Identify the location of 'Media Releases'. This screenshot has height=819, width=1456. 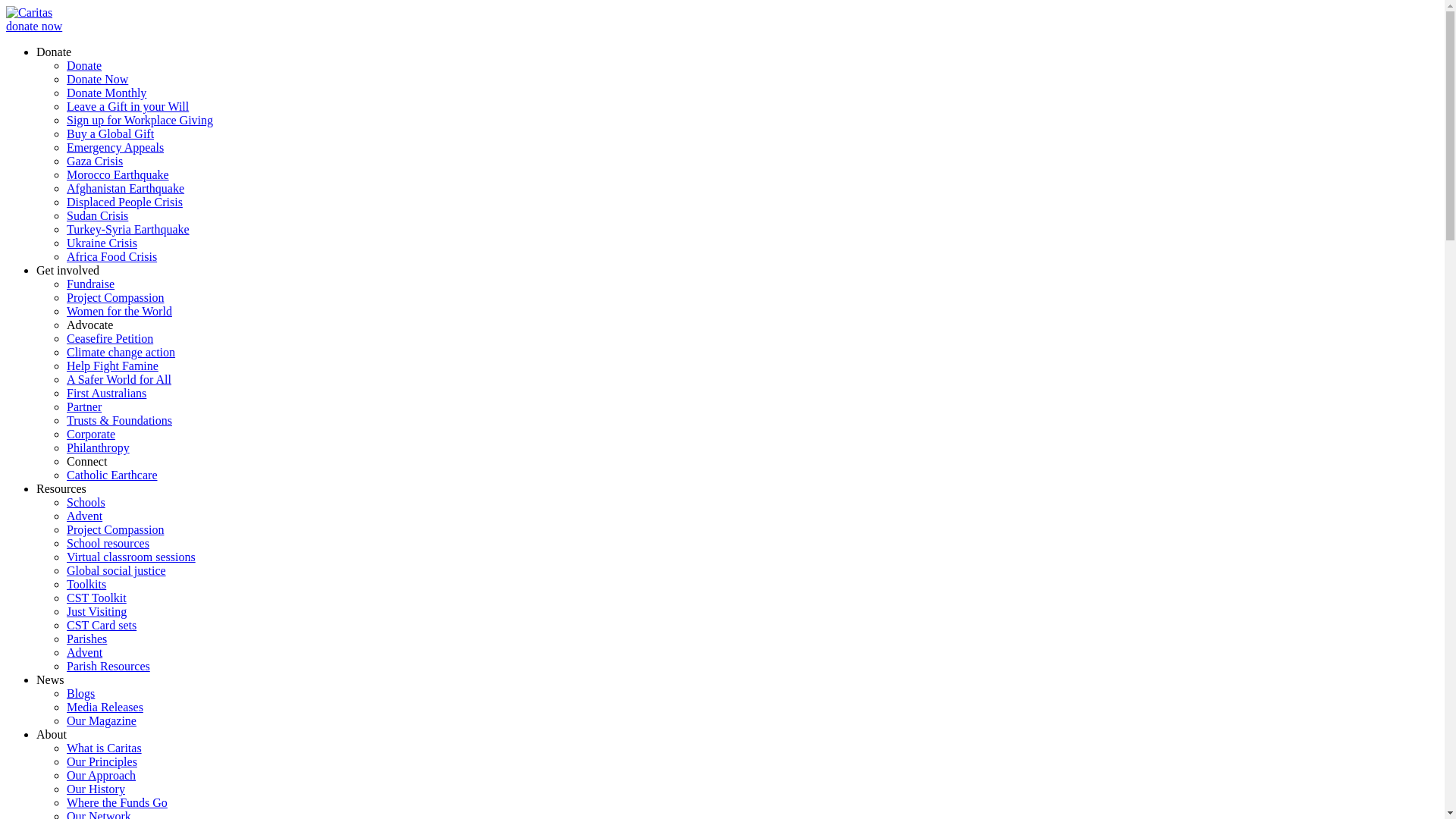
(104, 707).